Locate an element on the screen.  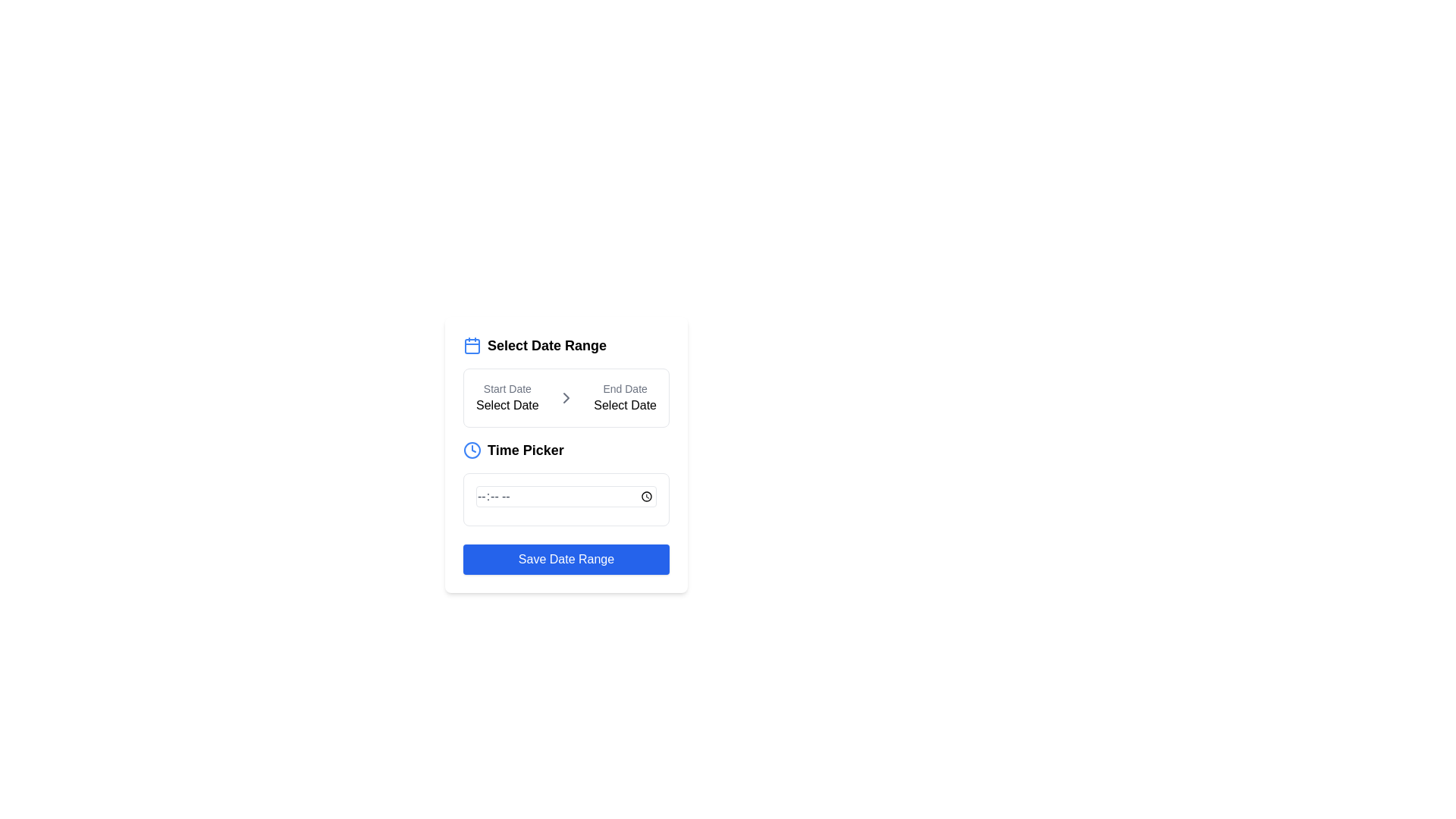
the SVG circle graphic that is part of the clock icon representing the 'Time Picker' feature, located before the 'Time Picker' label is located at coordinates (472, 450).